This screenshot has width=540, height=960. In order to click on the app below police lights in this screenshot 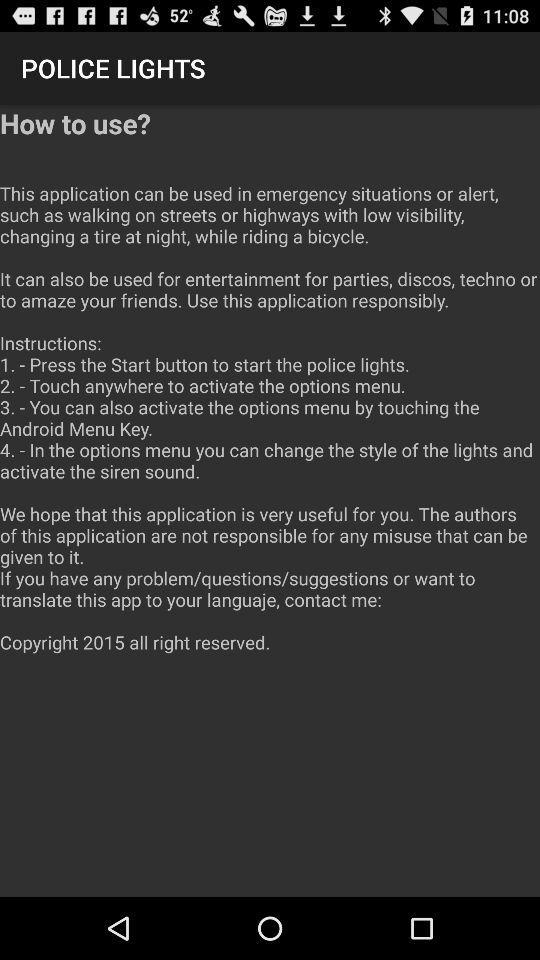, I will do `click(270, 389)`.